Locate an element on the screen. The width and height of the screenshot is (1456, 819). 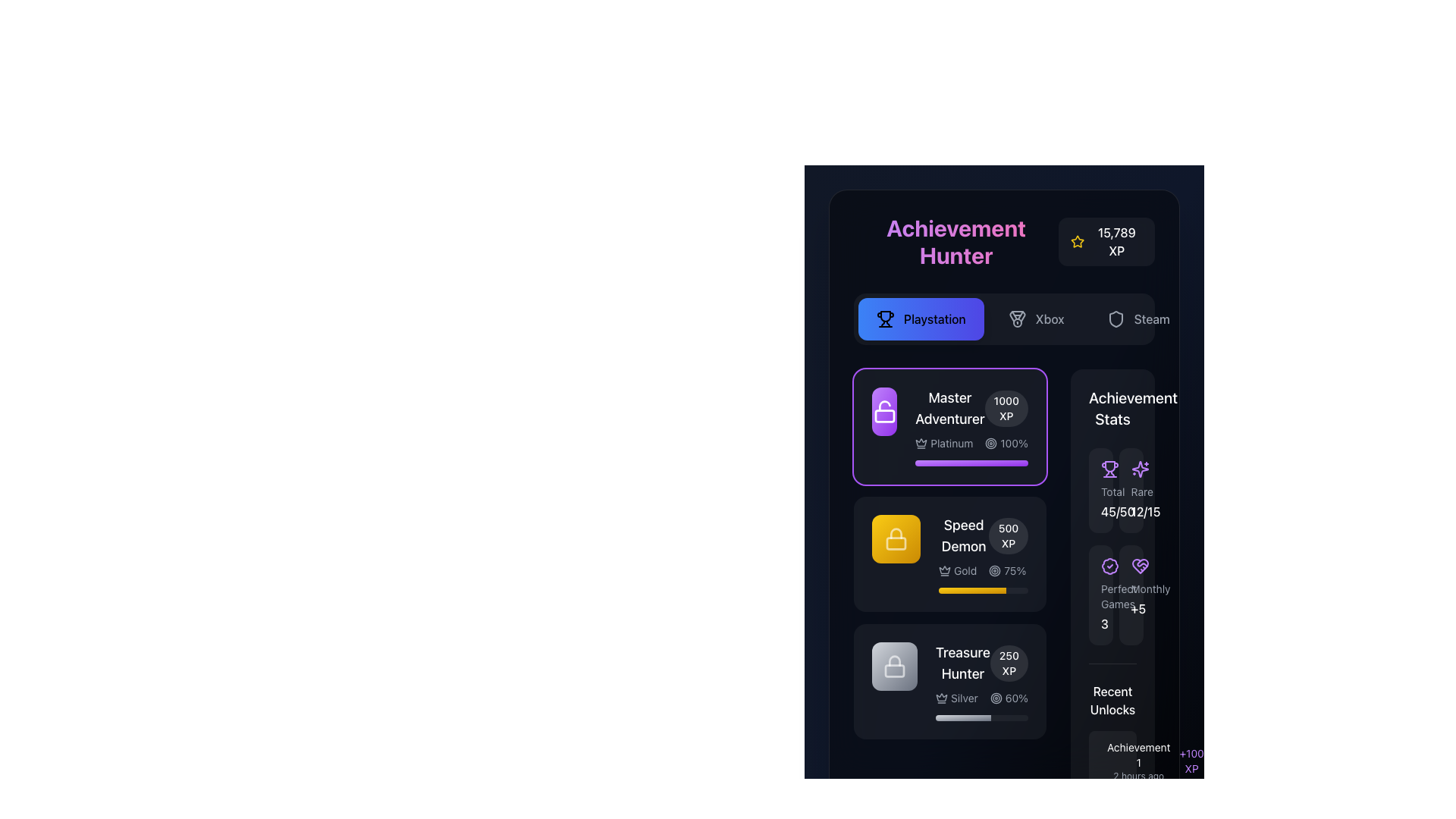
the Informational display titled 'Speed Demon' which shows the score label '500 XP', located within the second card of achievements is located at coordinates (983, 535).